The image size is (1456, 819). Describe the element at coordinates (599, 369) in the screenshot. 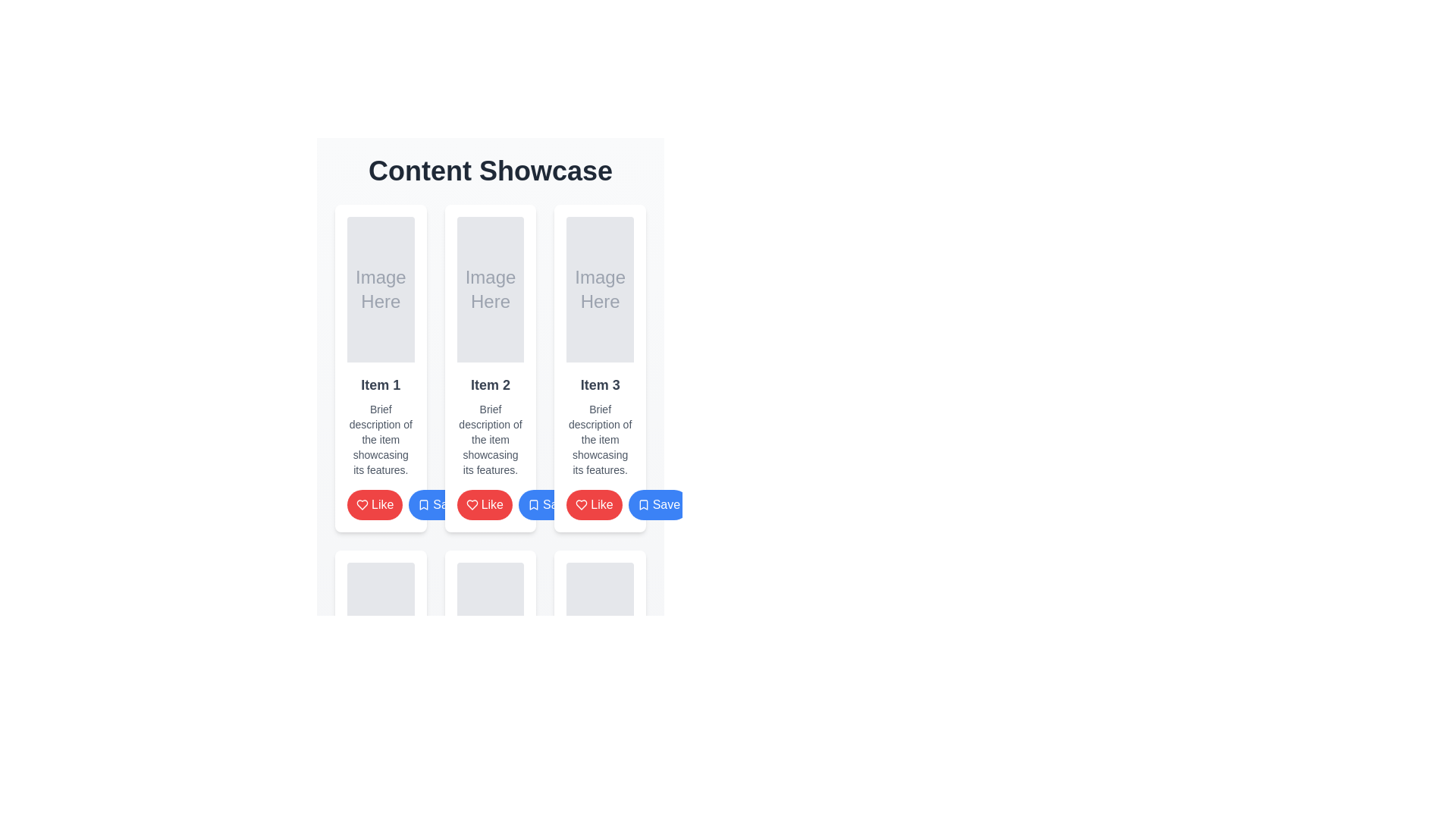

I see `the Card Display in the third column of the 'Content Showcase' section` at that location.